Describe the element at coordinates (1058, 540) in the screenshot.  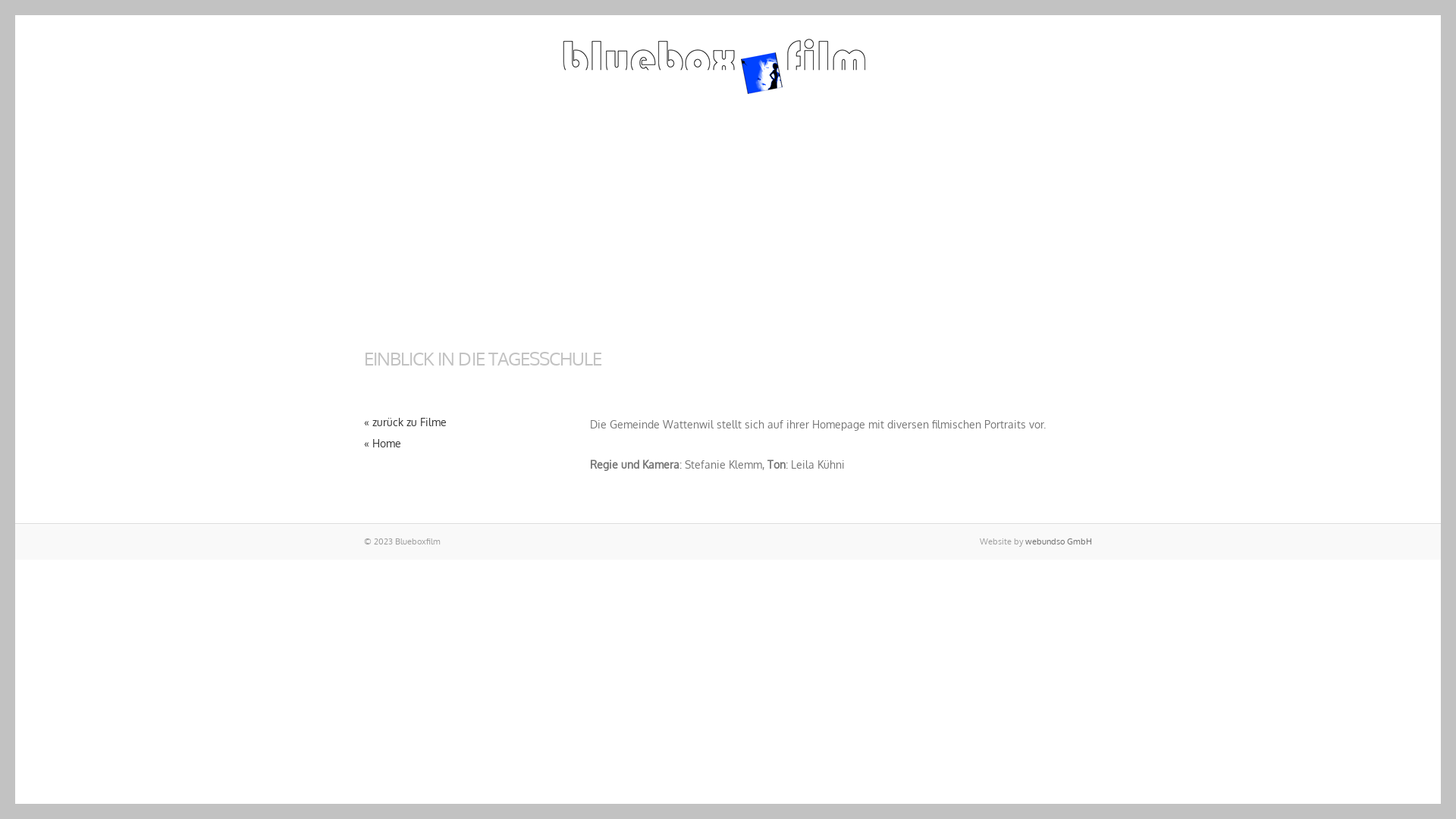
I see `'webundso GmbH'` at that location.